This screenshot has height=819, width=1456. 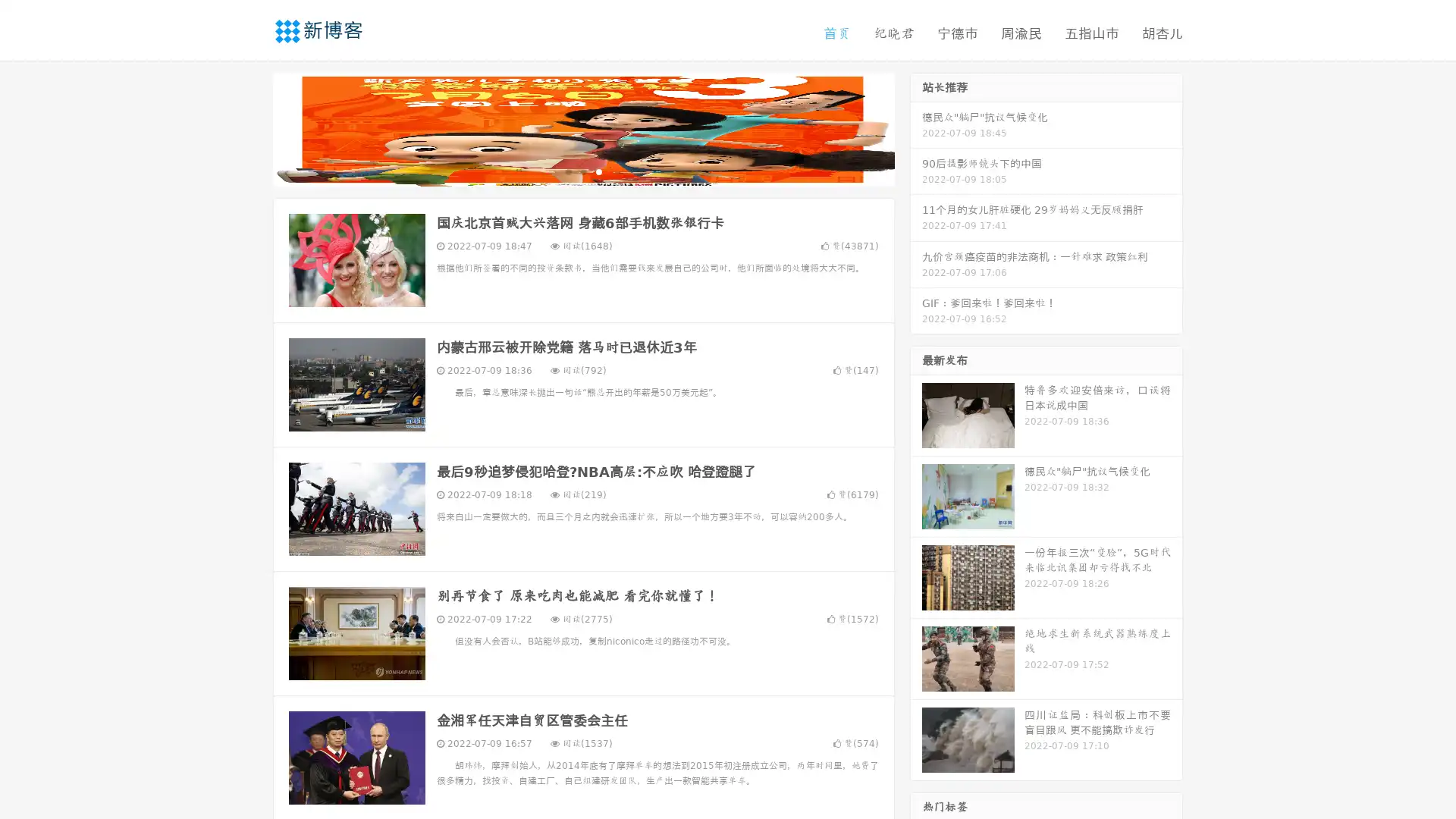 What do you see at coordinates (250, 127) in the screenshot?
I see `Previous slide` at bounding box center [250, 127].